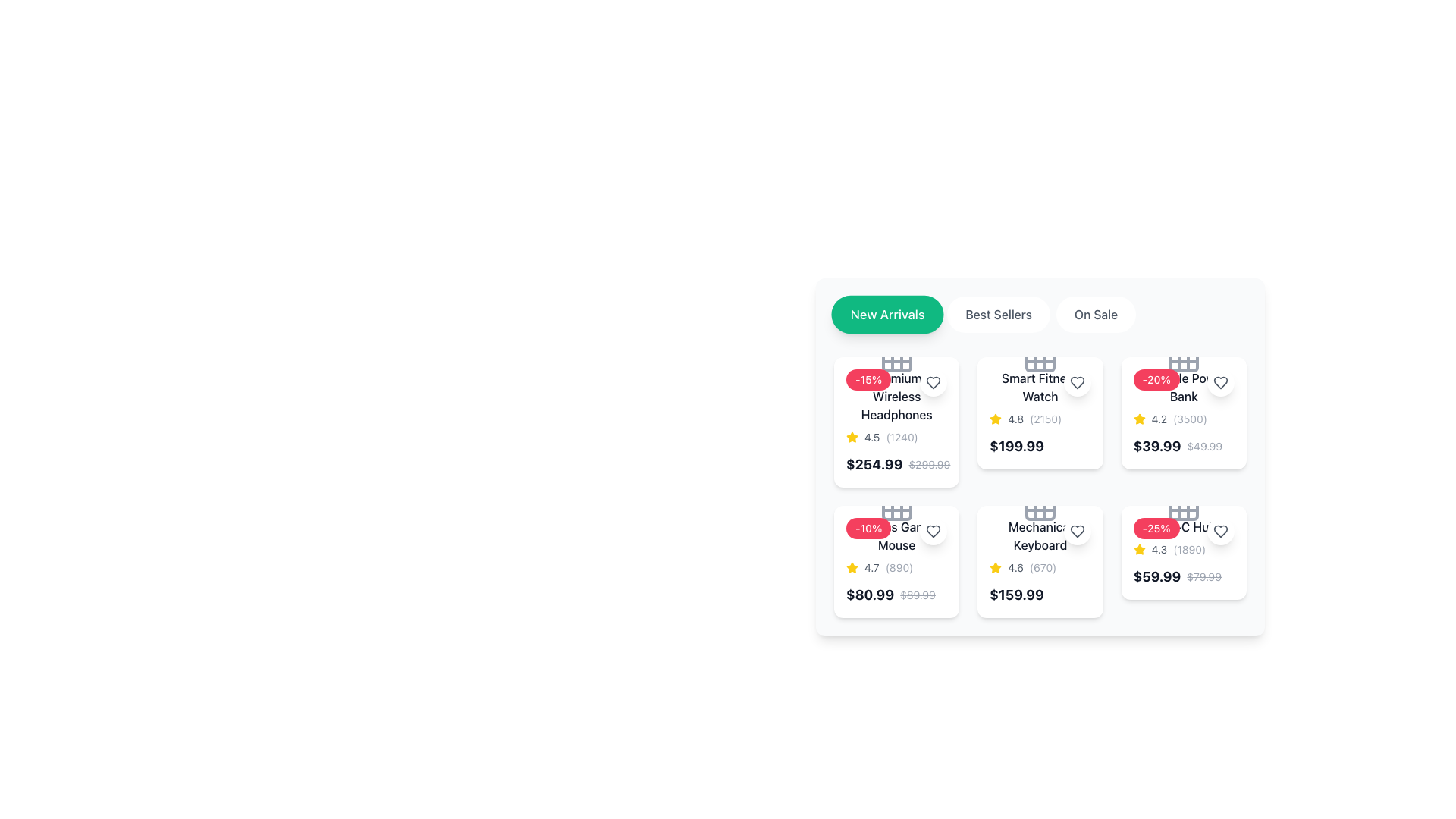  I want to click on the heart-shaped icon outlined with a bold stroke, located within the rounded rectangle button of the fifth 'Mechanical Keyboard' product card, so click(1076, 531).